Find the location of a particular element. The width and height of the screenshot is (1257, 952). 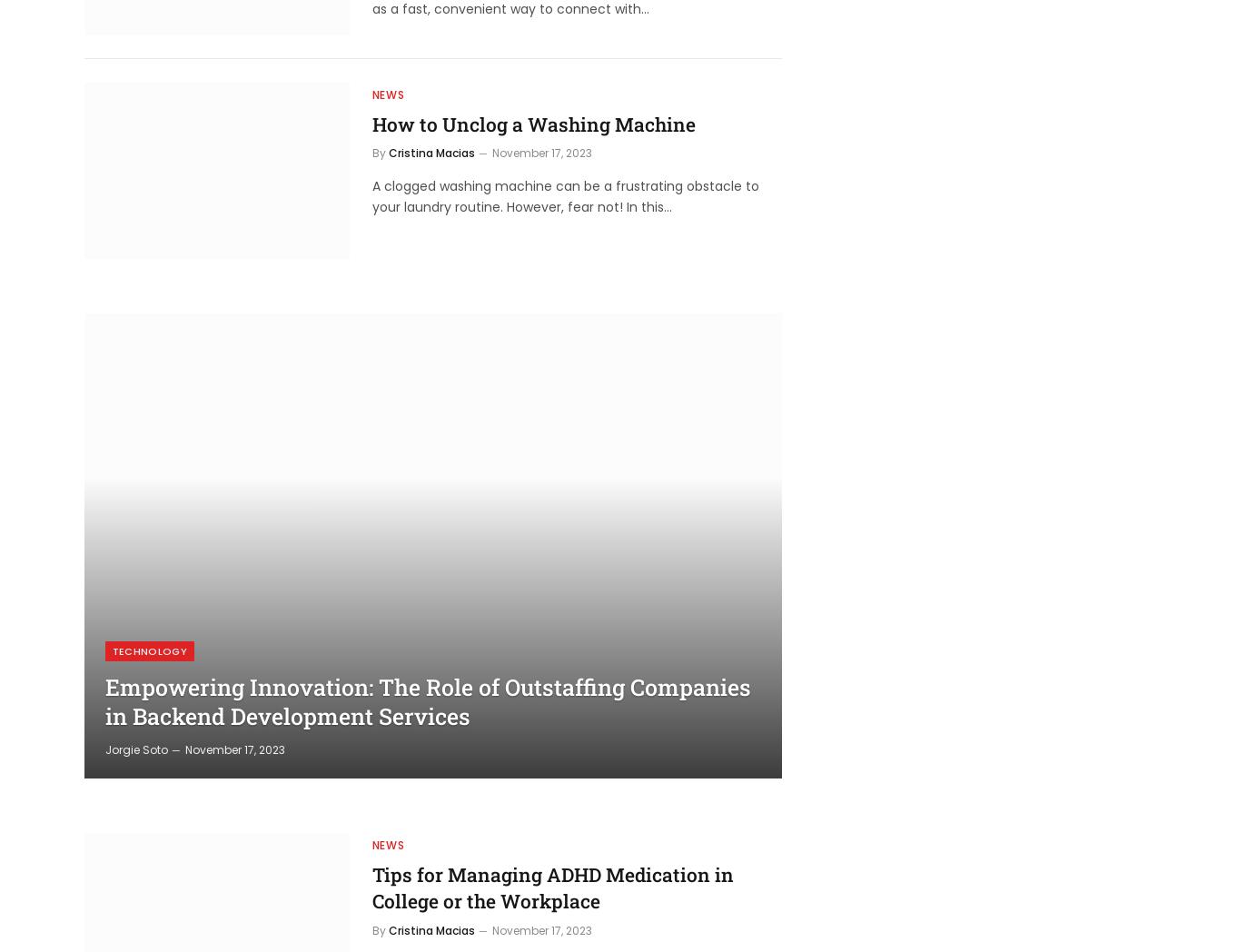

'Empowering Innovation: The Role of Outstaffing Companies in Backend Development Services' is located at coordinates (426, 700).